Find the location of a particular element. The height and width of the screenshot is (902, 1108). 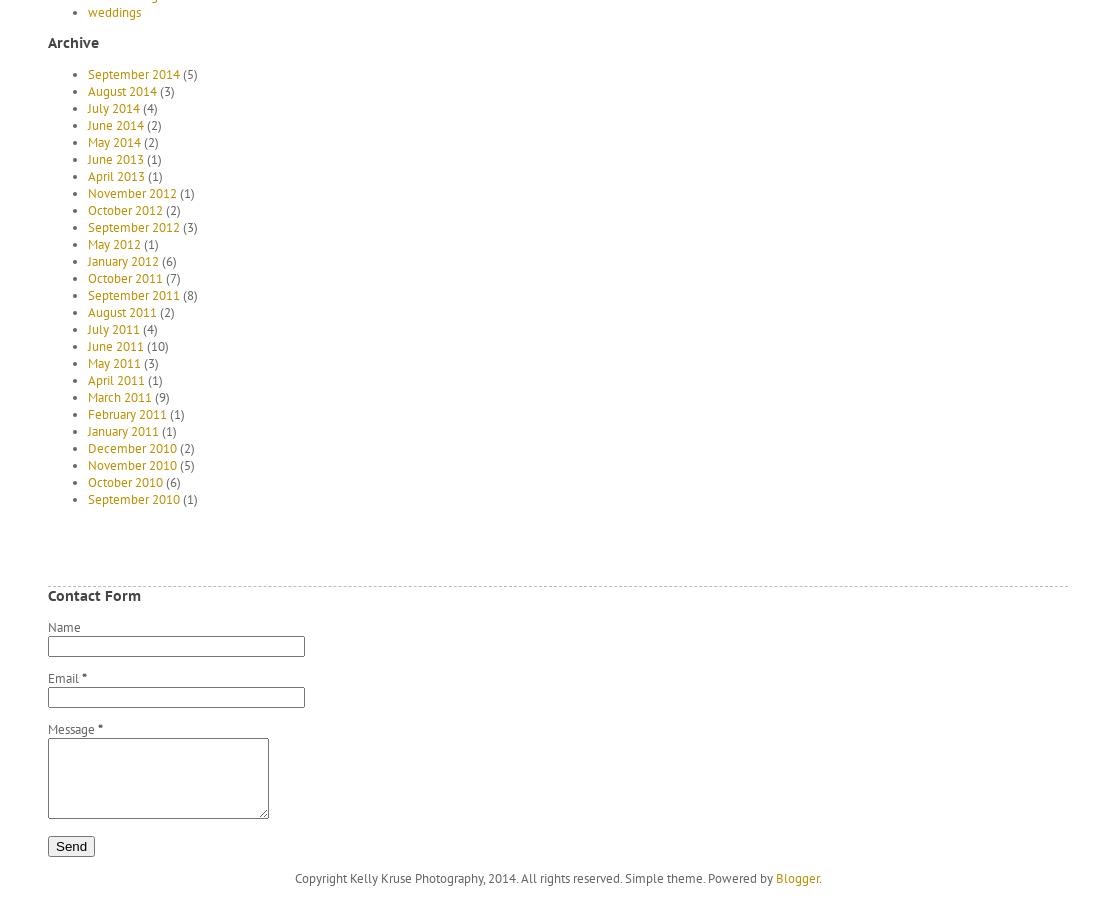

'May 2012' is located at coordinates (114, 243).